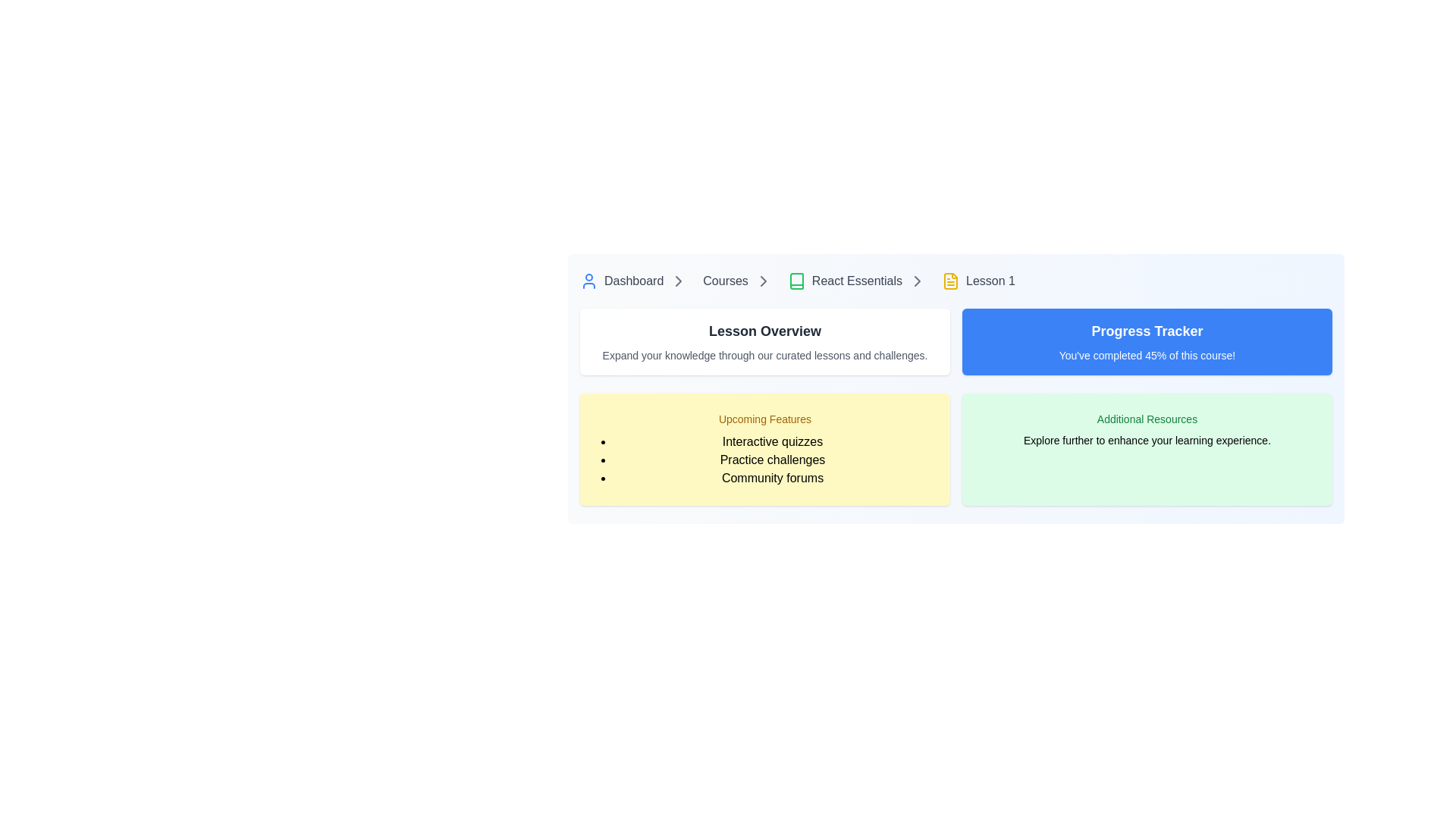  What do you see at coordinates (1147, 419) in the screenshot?
I see `the text label displaying 'Additional Resources', which is styled with a green font and bold characters, located in the bottom right section of the layout under the 'Progress Tracker' card` at bounding box center [1147, 419].